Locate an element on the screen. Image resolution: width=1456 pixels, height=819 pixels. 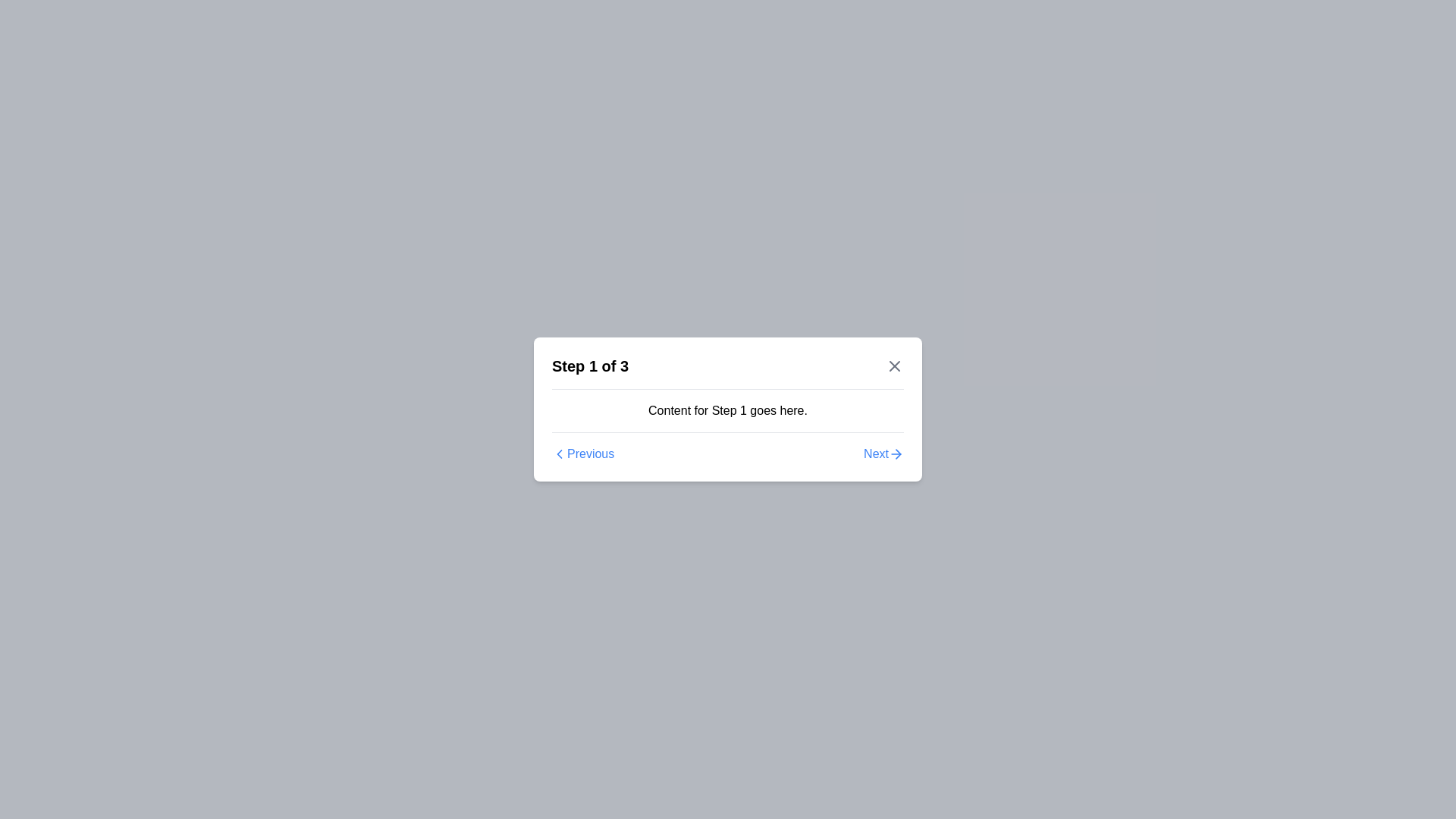
the rightward navigation icon located to the right of the word 'Next' within the navigation section is located at coordinates (896, 453).